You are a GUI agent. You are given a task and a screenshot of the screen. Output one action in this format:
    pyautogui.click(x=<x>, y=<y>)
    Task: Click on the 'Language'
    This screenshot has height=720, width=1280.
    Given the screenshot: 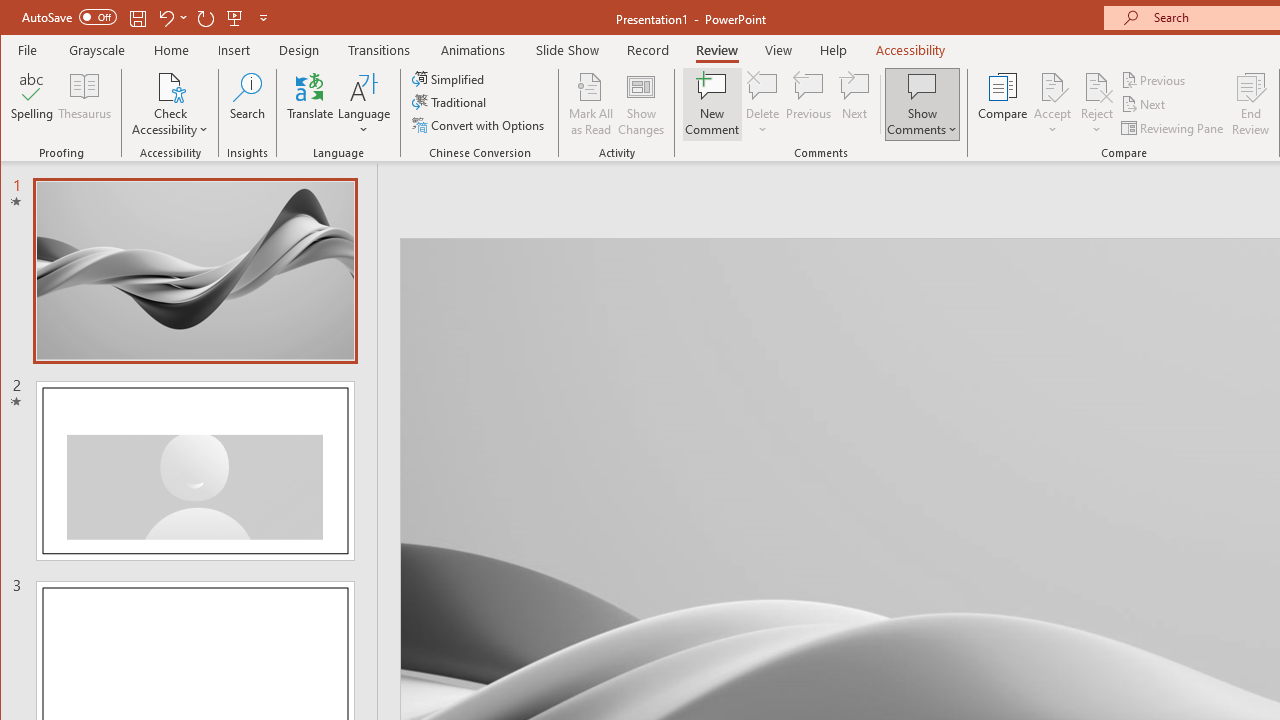 What is the action you would take?
    pyautogui.click(x=364, y=104)
    